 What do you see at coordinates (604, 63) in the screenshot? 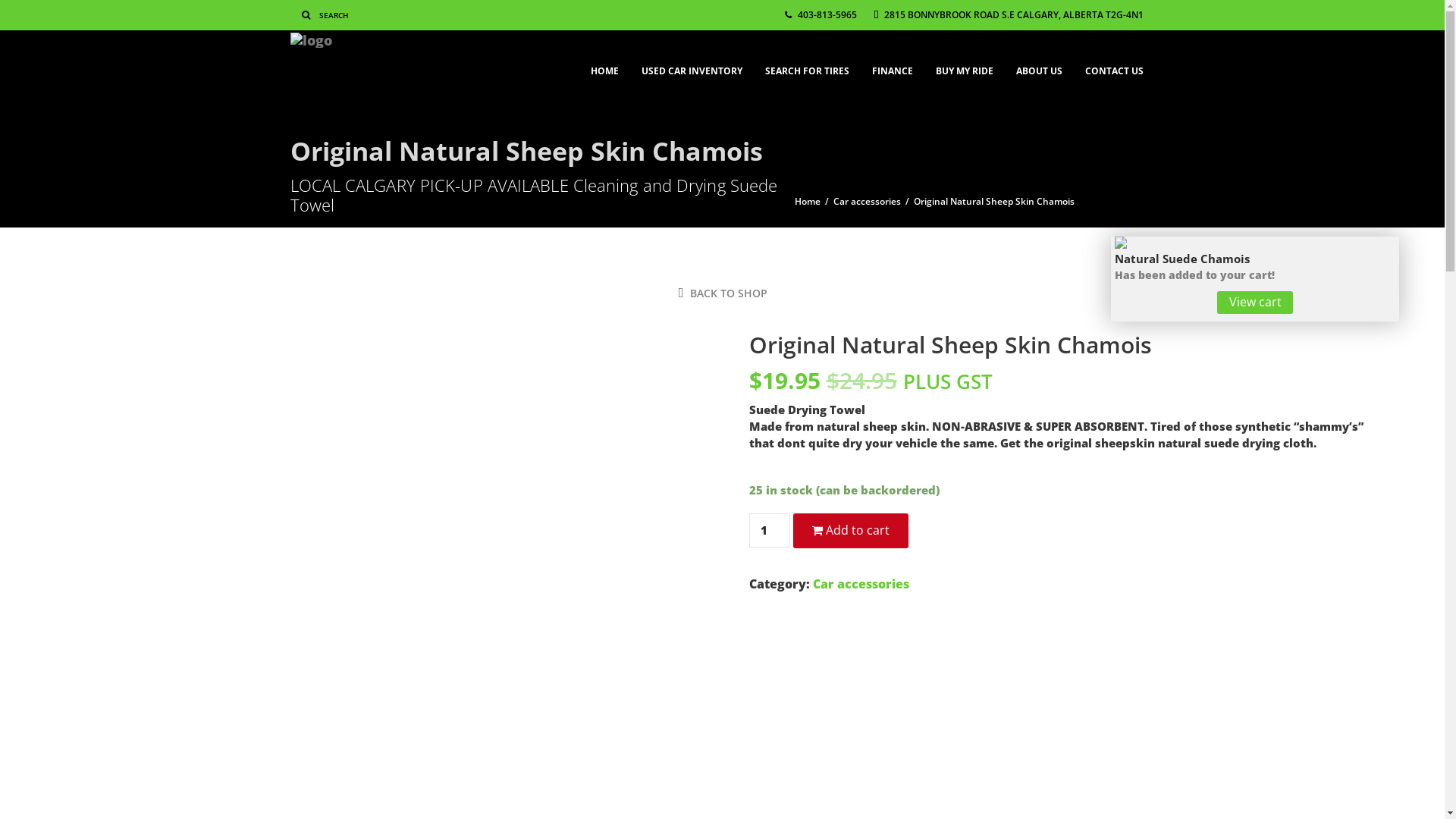
I see `'HOME'` at bounding box center [604, 63].